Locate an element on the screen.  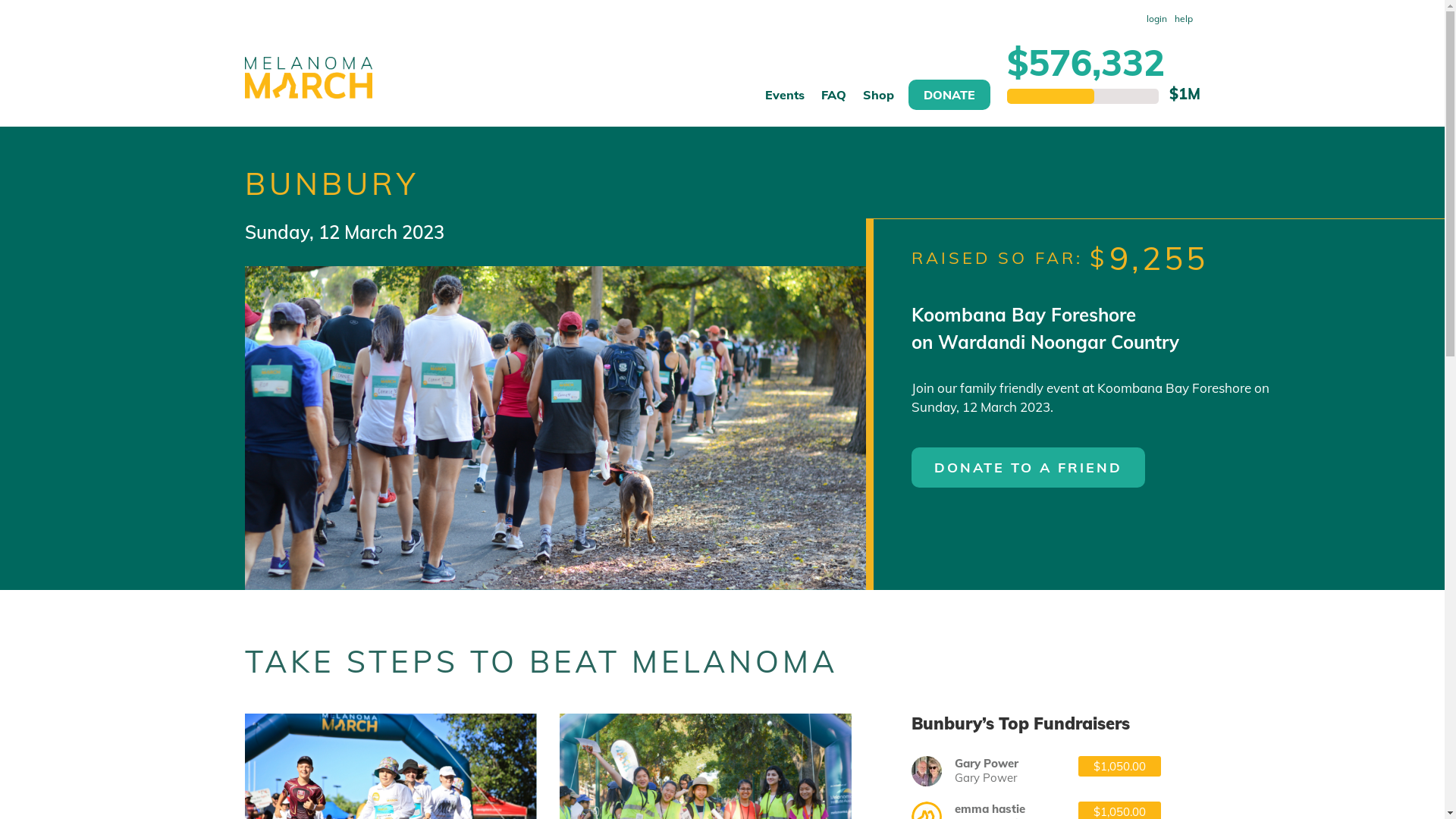
'login' is located at coordinates (1155, 18).